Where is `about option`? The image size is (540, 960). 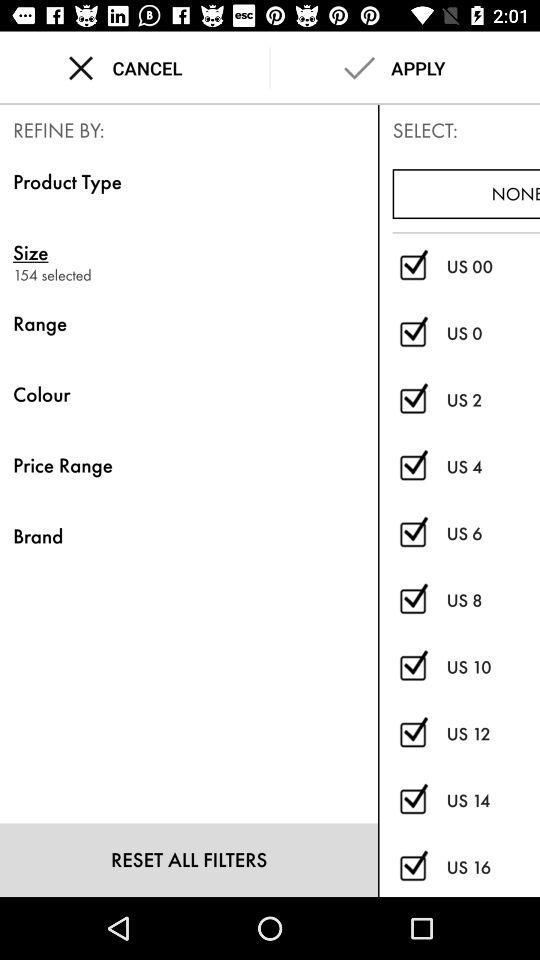 about option is located at coordinates (412, 600).